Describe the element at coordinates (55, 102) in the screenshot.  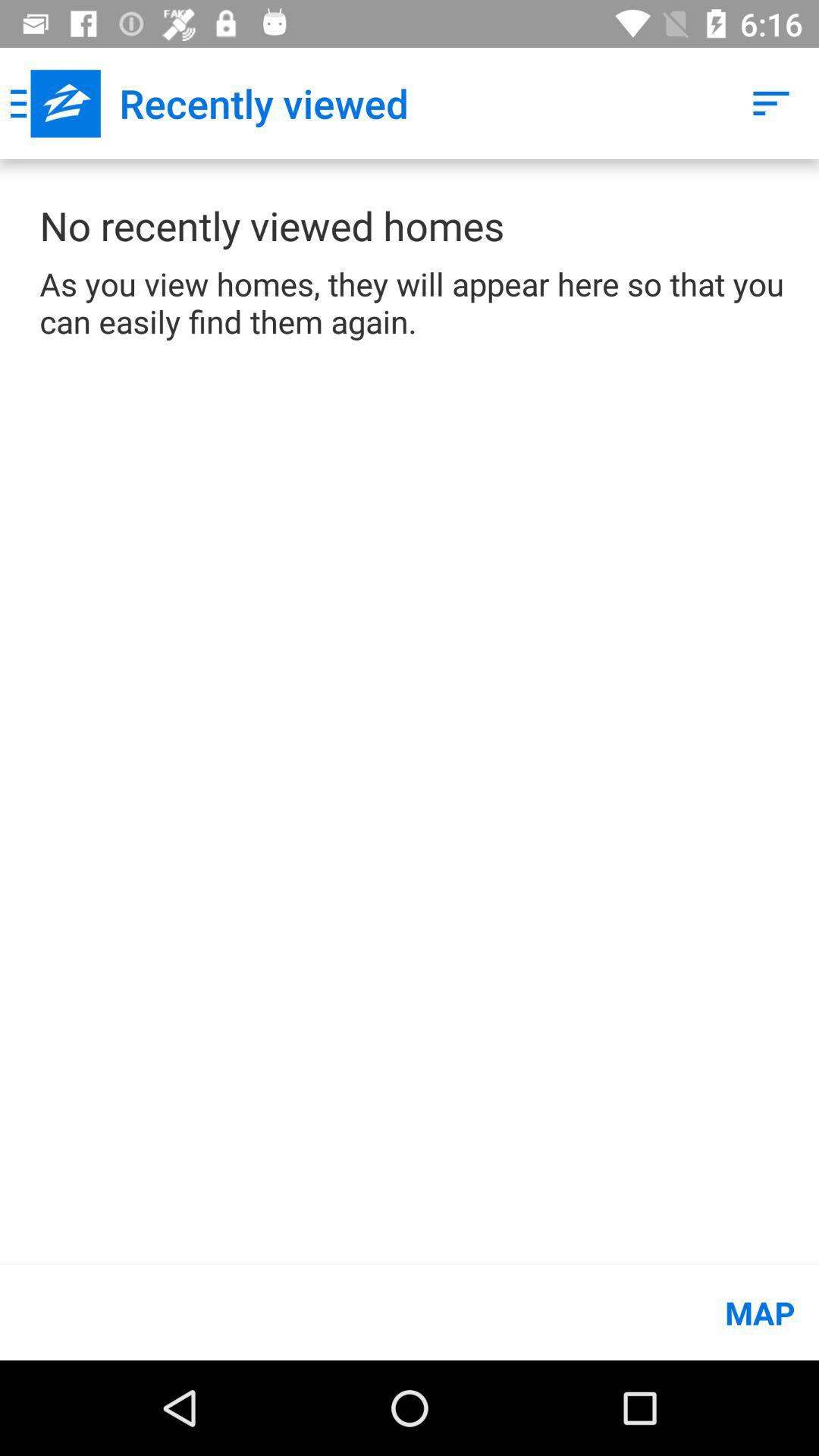
I see `app to the left of the recently viewed` at that location.